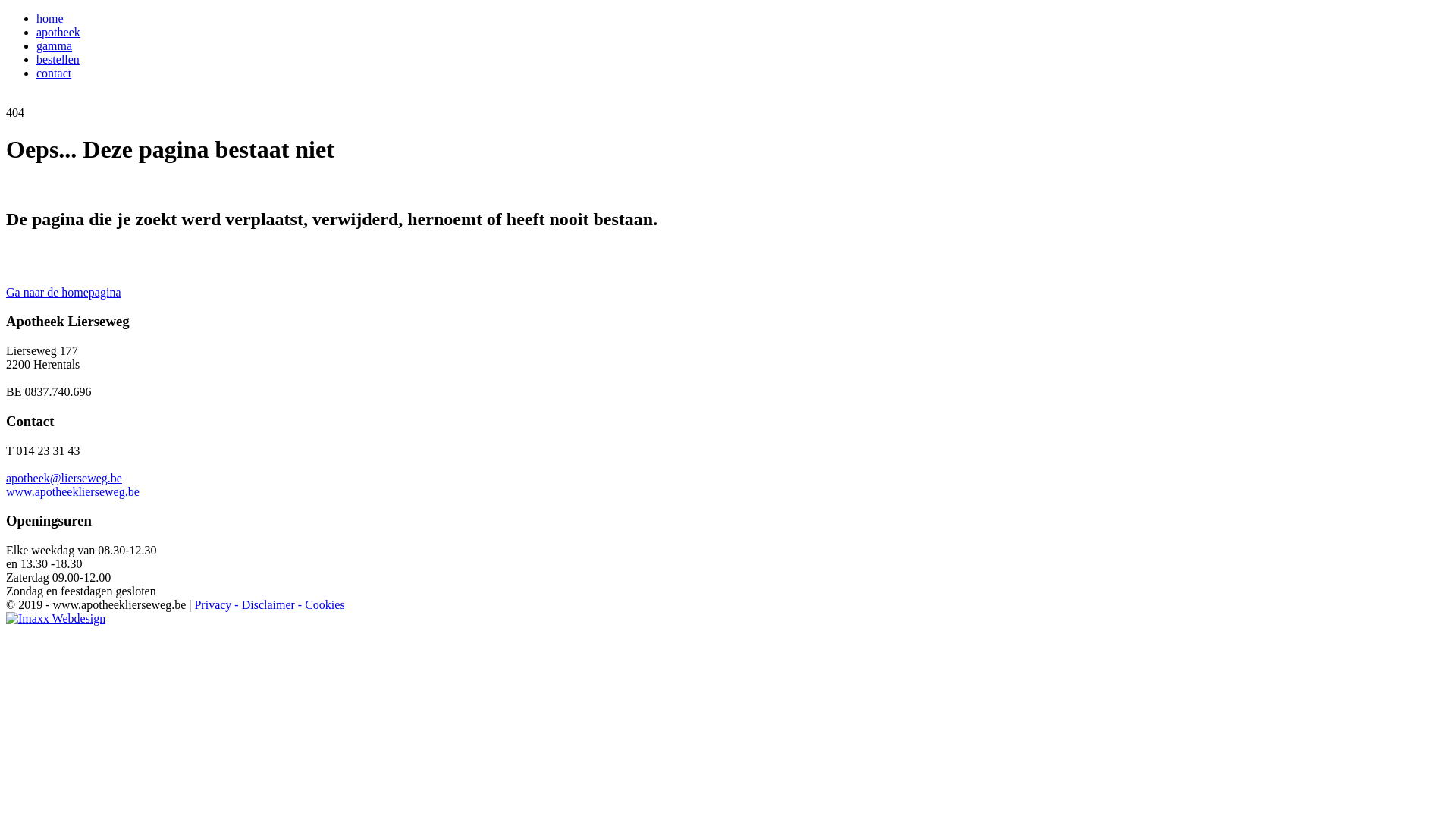 The width and height of the screenshot is (1456, 819). I want to click on 'Ga naar de homepagina', so click(62, 292).